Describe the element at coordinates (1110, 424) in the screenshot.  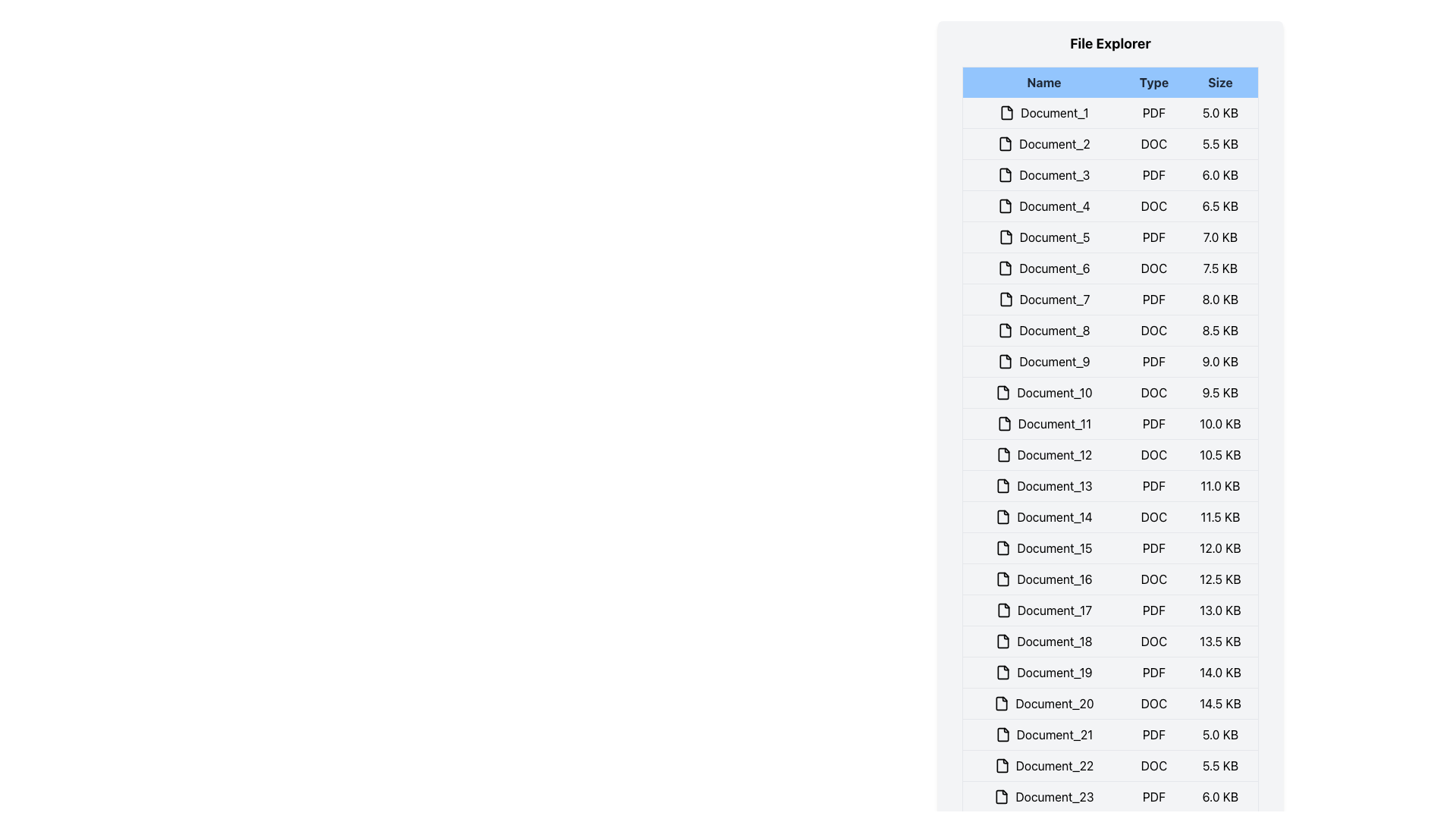
I see `the list item displaying 'Document_11' in the file explorer` at that location.